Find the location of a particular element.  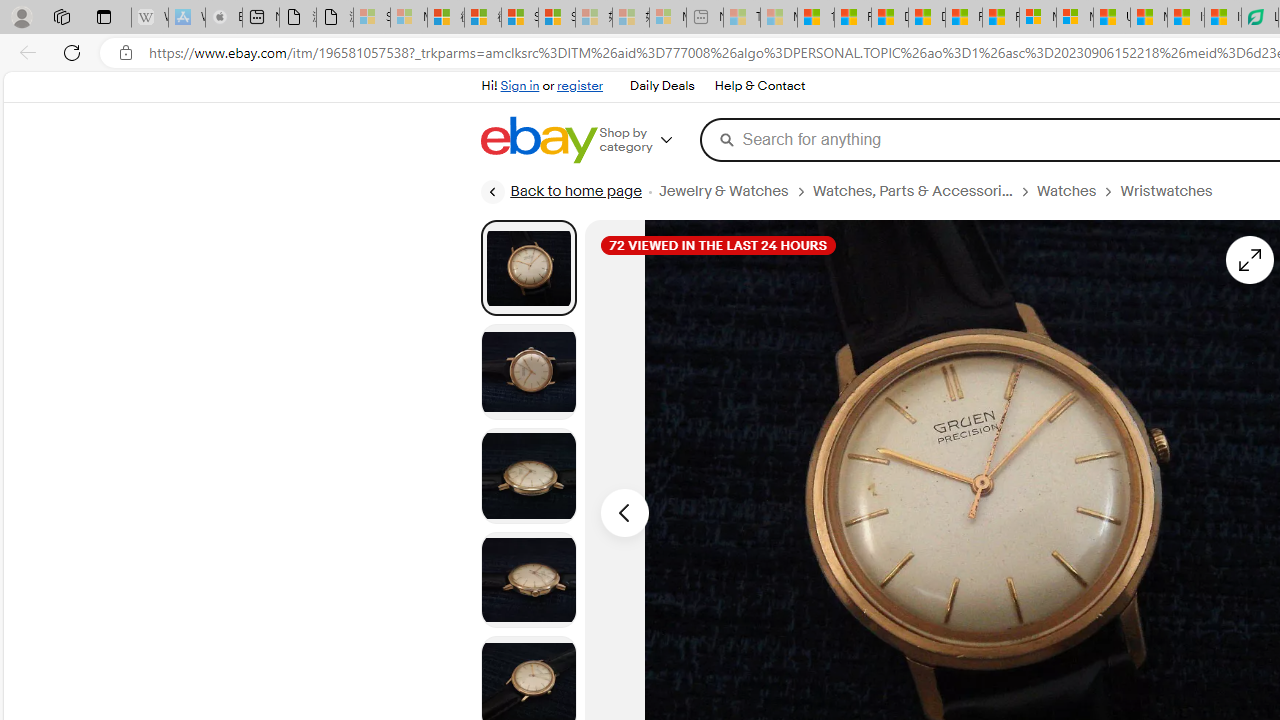

'Picture 2 of 8' is located at coordinates (528, 371).